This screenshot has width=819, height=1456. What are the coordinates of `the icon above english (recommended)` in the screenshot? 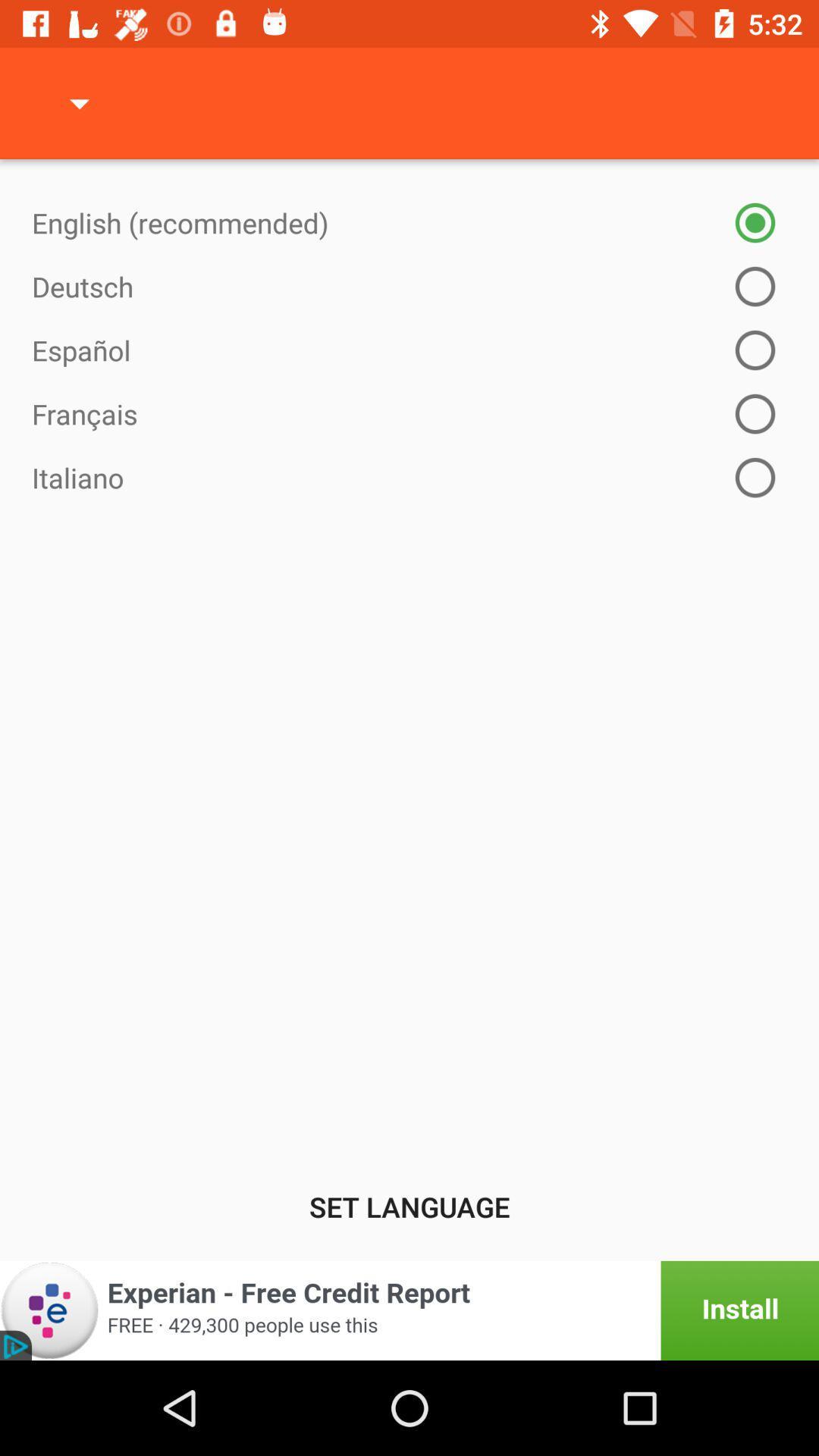 It's located at (79, 102).